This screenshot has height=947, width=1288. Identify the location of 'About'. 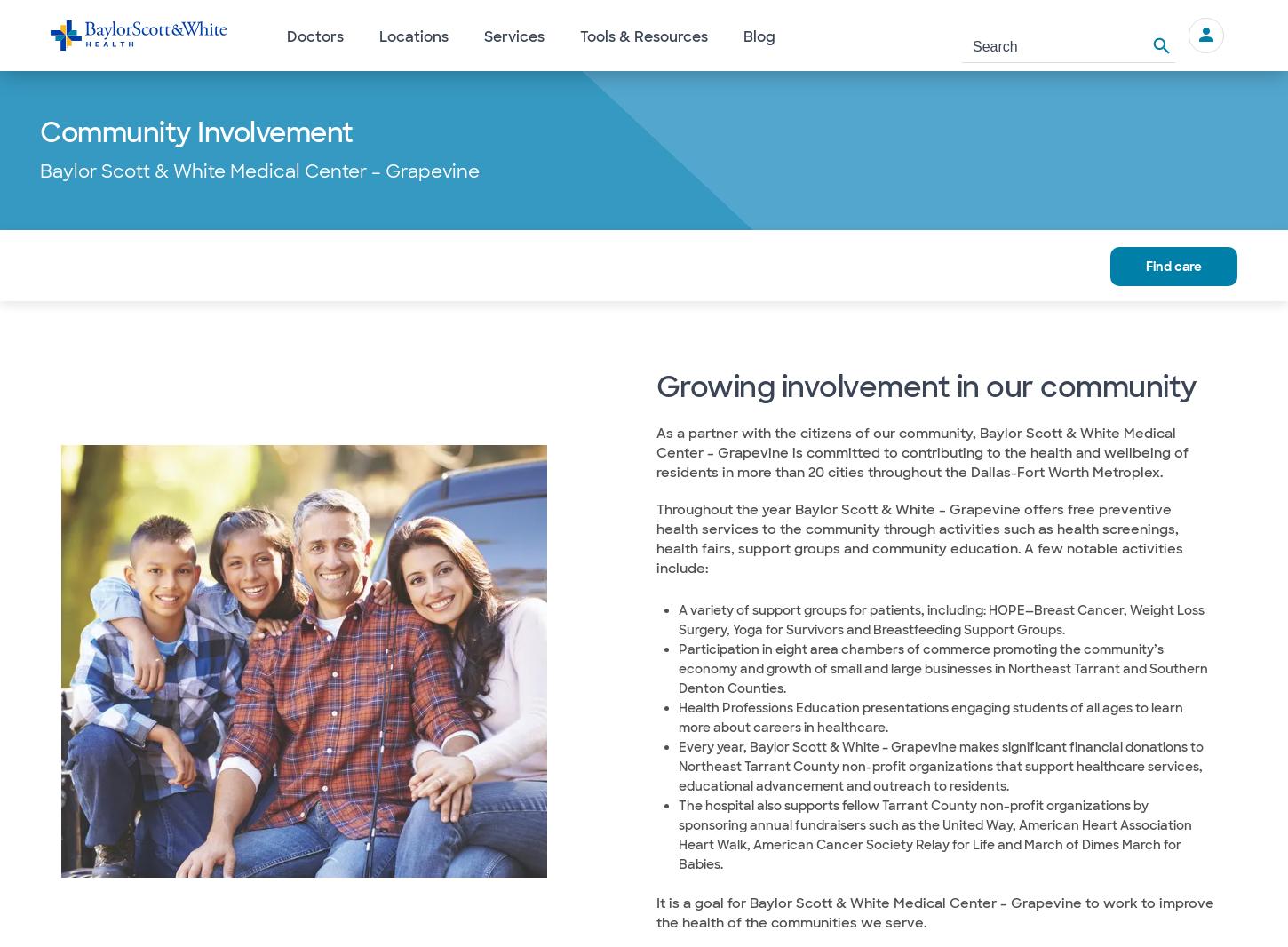
(99, 264).